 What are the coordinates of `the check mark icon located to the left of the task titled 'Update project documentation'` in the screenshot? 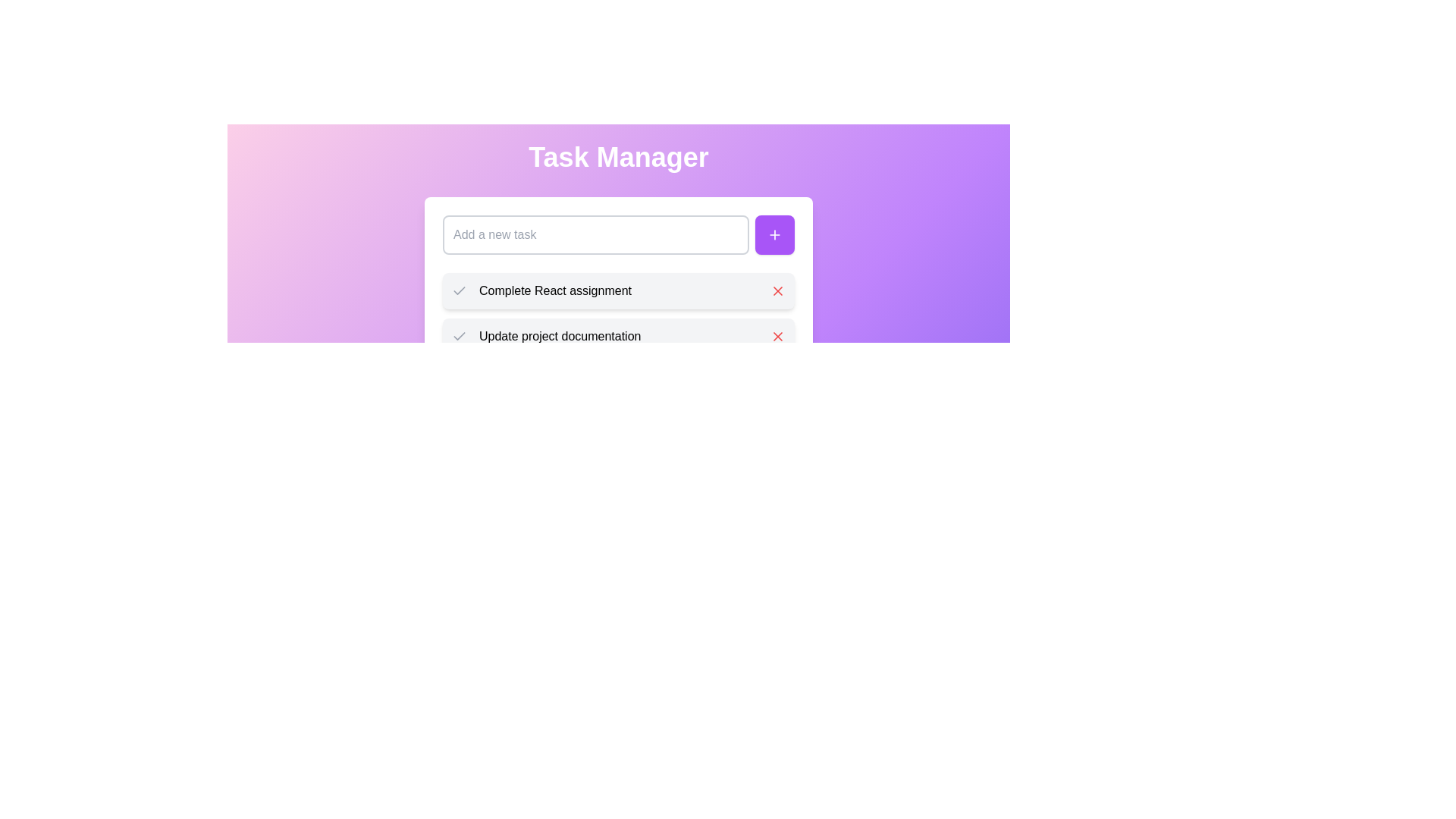 It's located at (458, 290).